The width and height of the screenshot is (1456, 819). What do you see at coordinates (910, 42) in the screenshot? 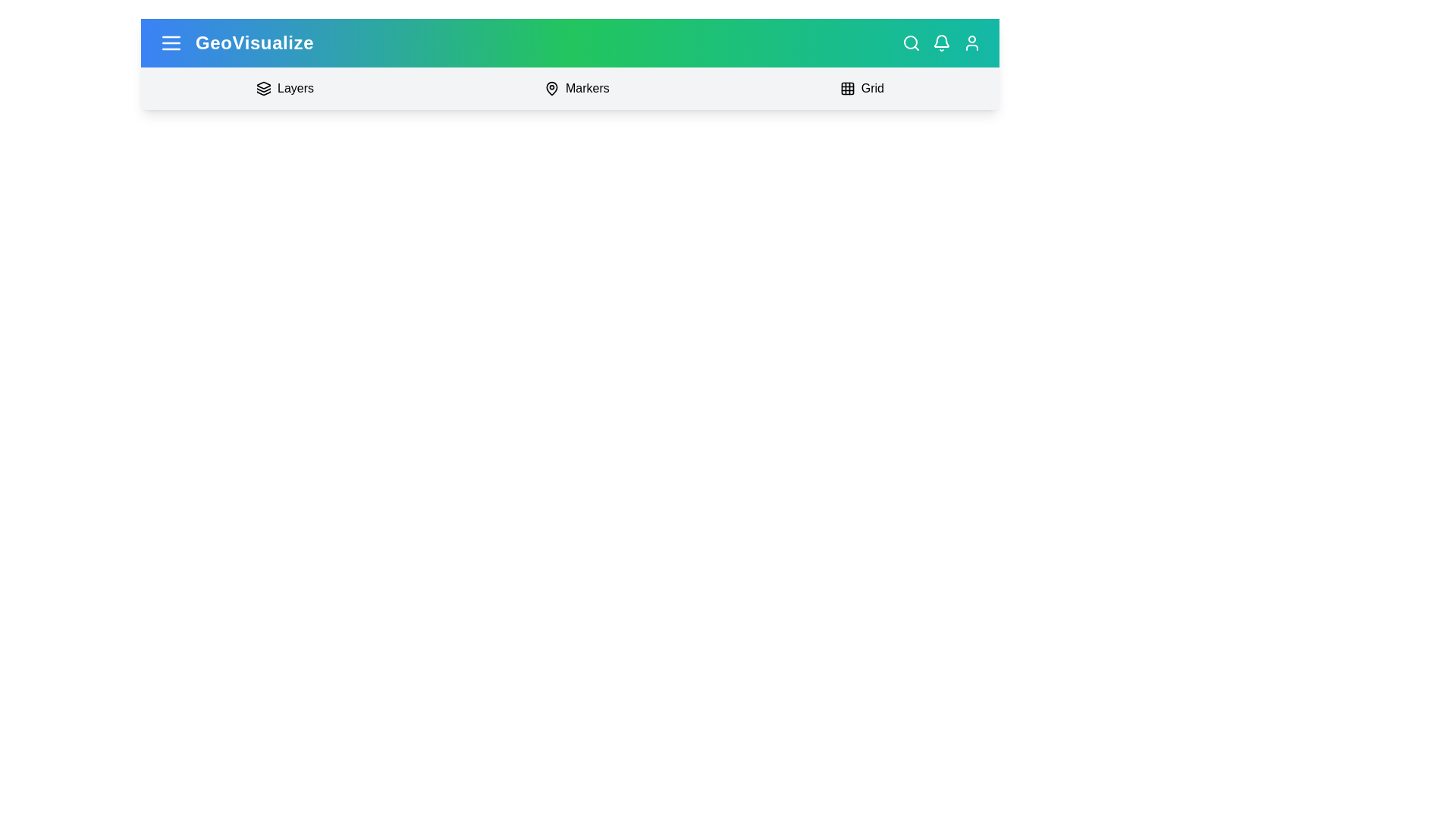
I see `the search icon to open the search panel` at bounding box center [910, 42].